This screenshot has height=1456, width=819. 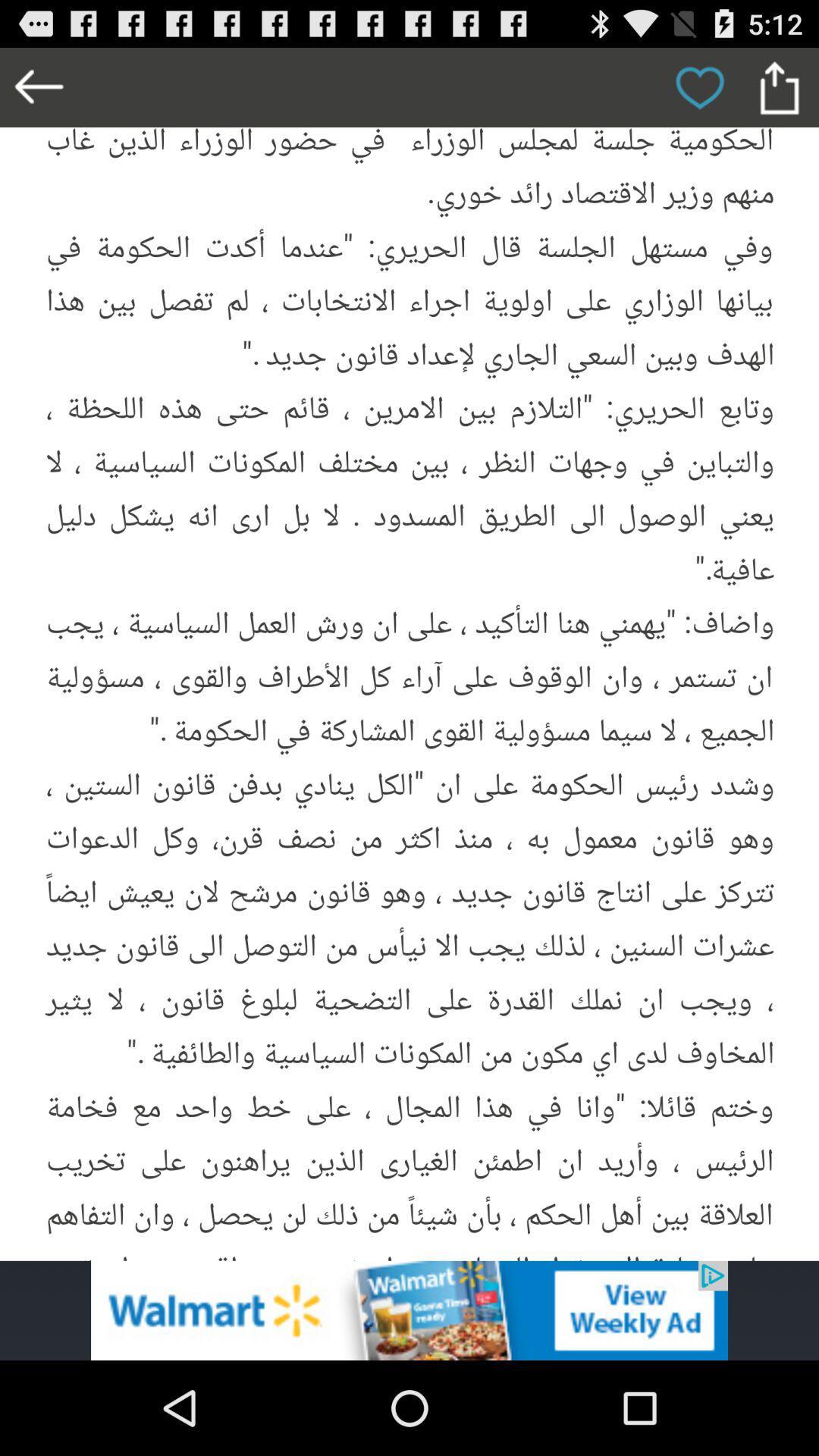 I want to click on picture, so click(x=409, y=654).